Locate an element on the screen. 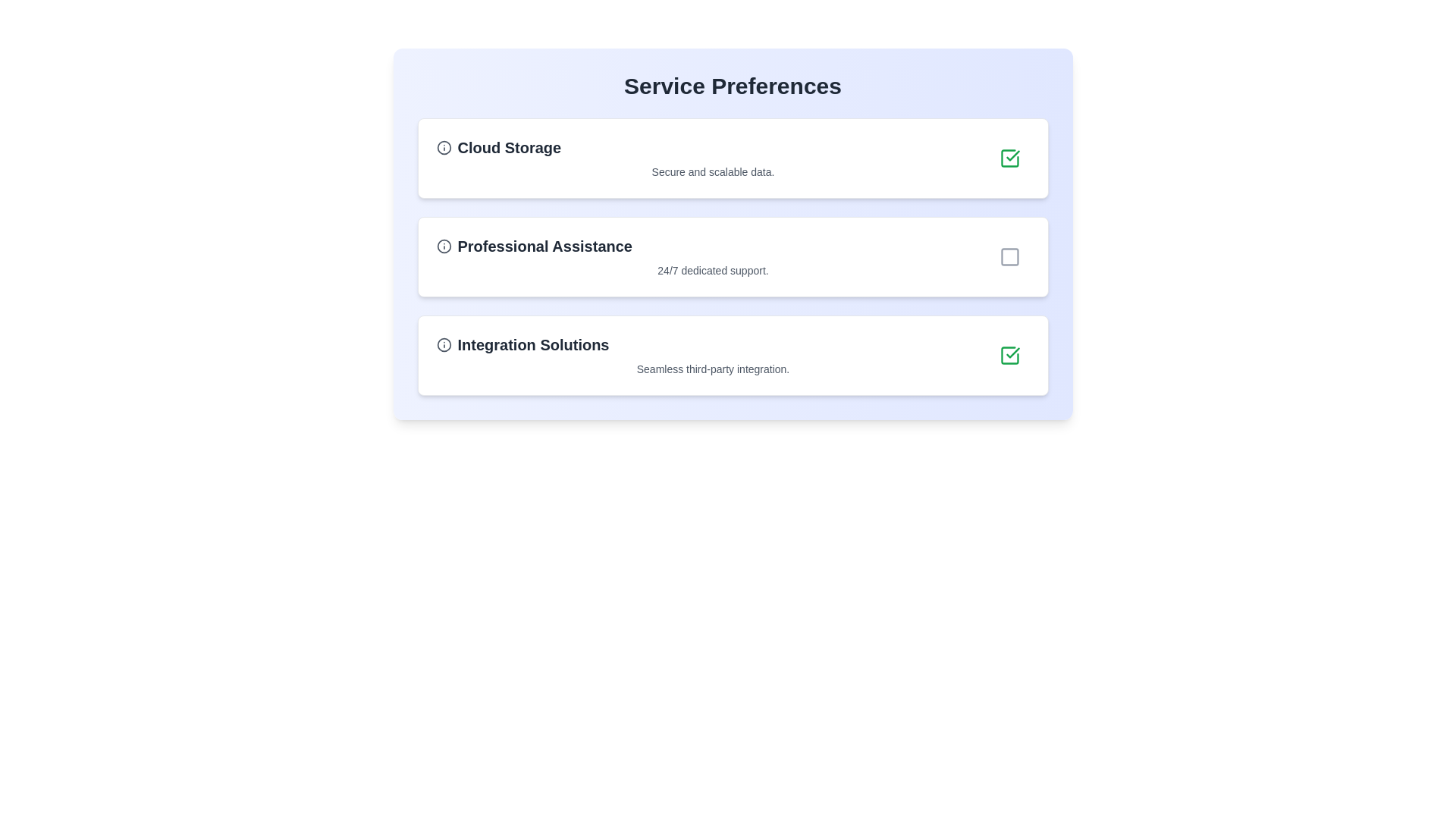 The width and height of the screenshot is (1456, 819). Icon component - Circle associated with the 'Cloud Storage' label by clicking on it is located at coordinates (443, 148).